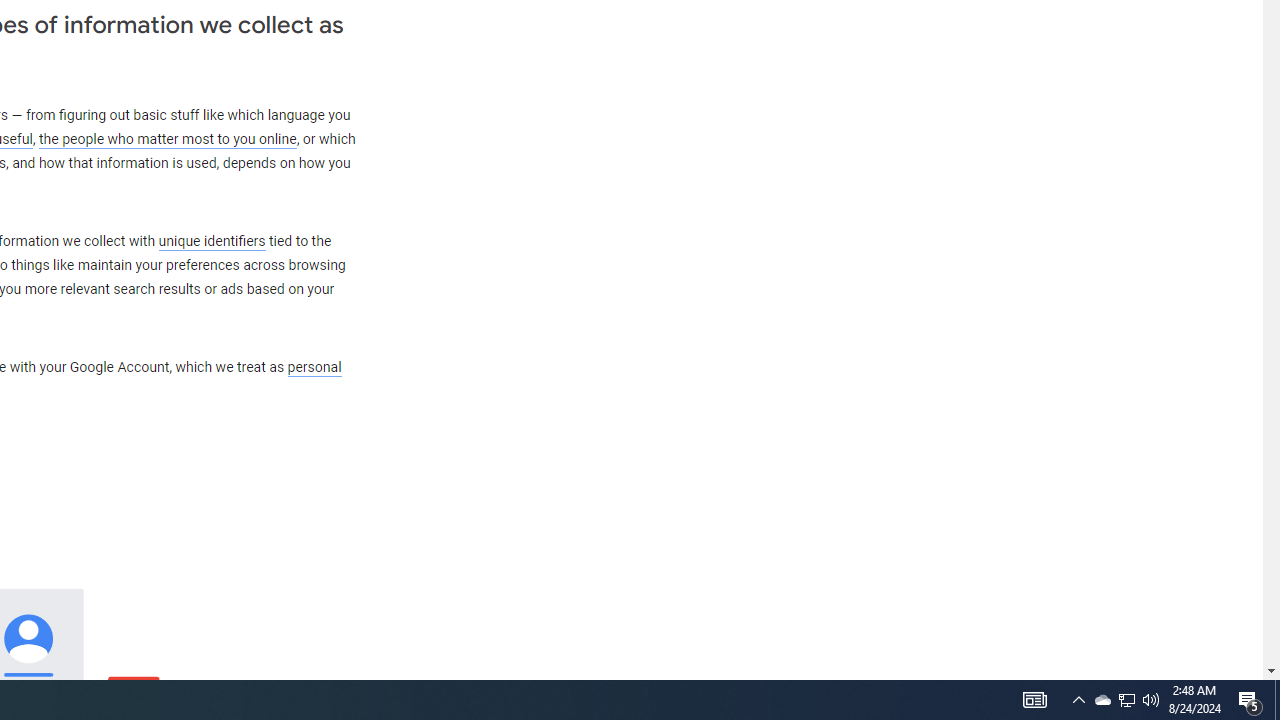 The height and width of the screenshot is (720, 1280). What do you see at coordinates (167, 138) in the screenshot?
I see `'the people who matter most to you online'` at bounding box center [167, 138].